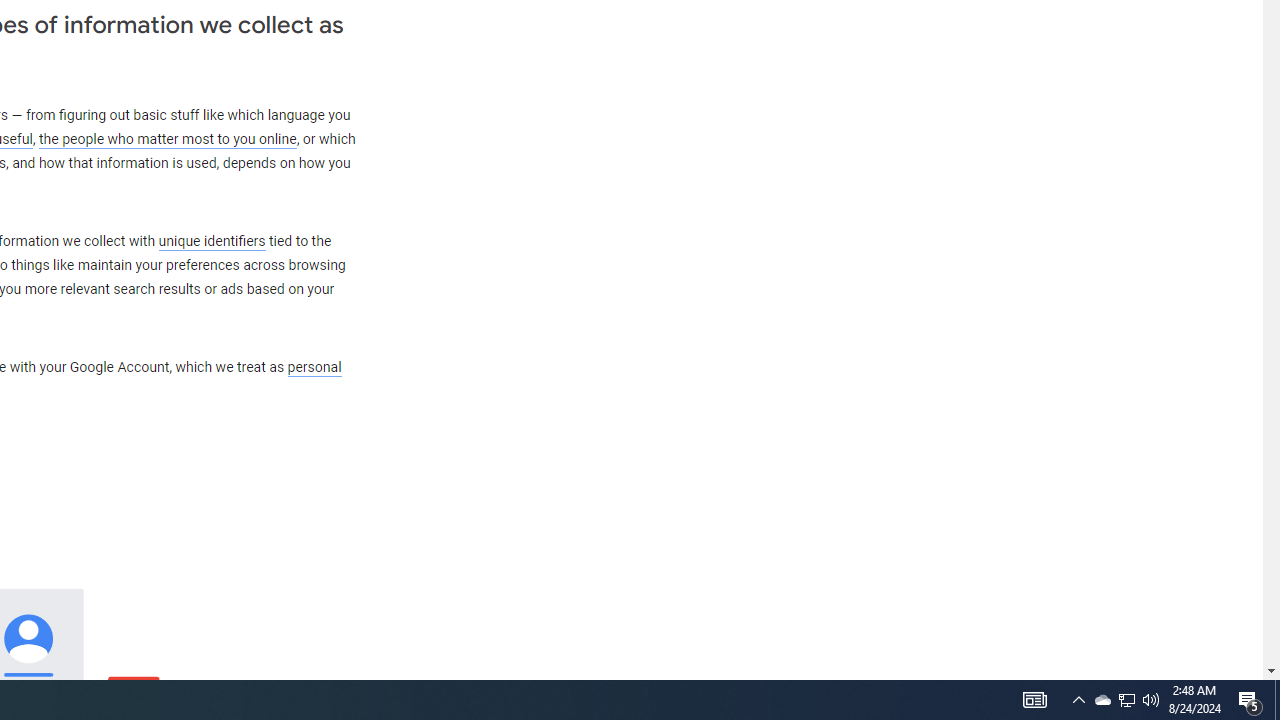 The height and width of the screenshot is (720, 1280). What do you see at coordinates (167, 138) in the screenshot?
I see `'the people who matter most to you online'` at bounding box center [167, 138].